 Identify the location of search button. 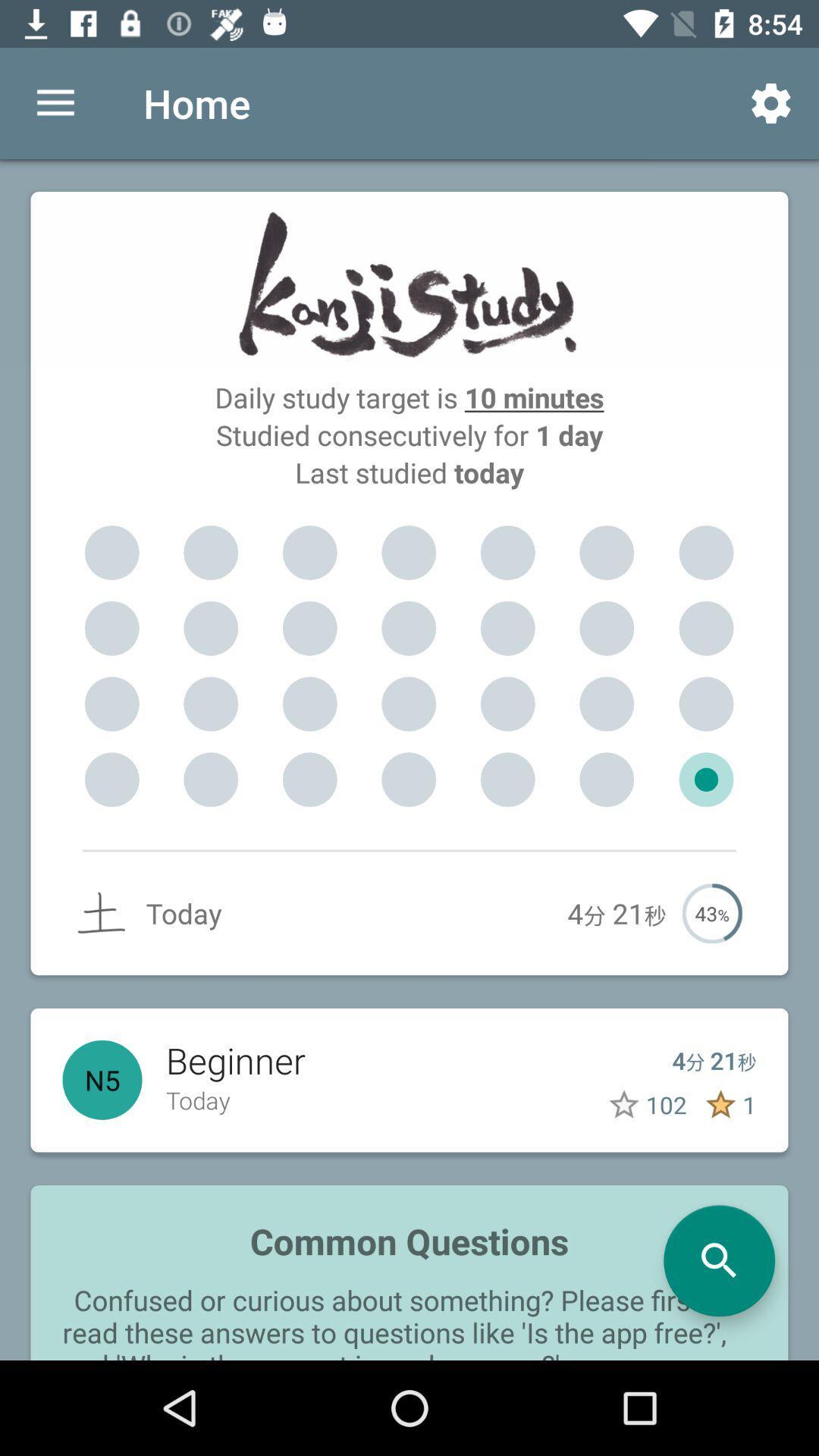
(718, 1260).